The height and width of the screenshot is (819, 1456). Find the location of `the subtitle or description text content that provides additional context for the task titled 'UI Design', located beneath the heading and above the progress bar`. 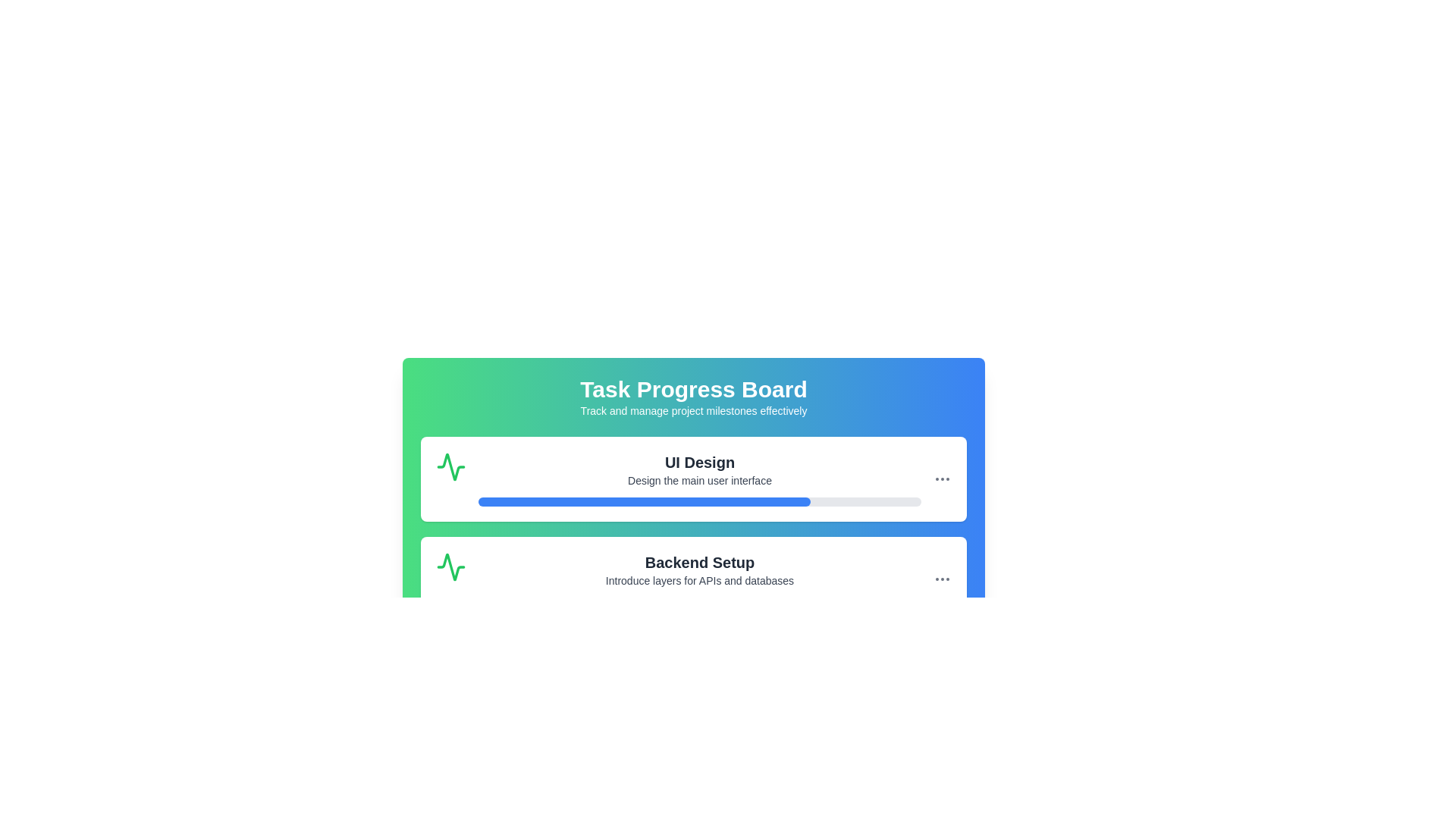

the subtitle or description text content that provides additional context for the task titled 'UI Design', located beneath the heading and above the progress bar is located at coordinates (698, 480).